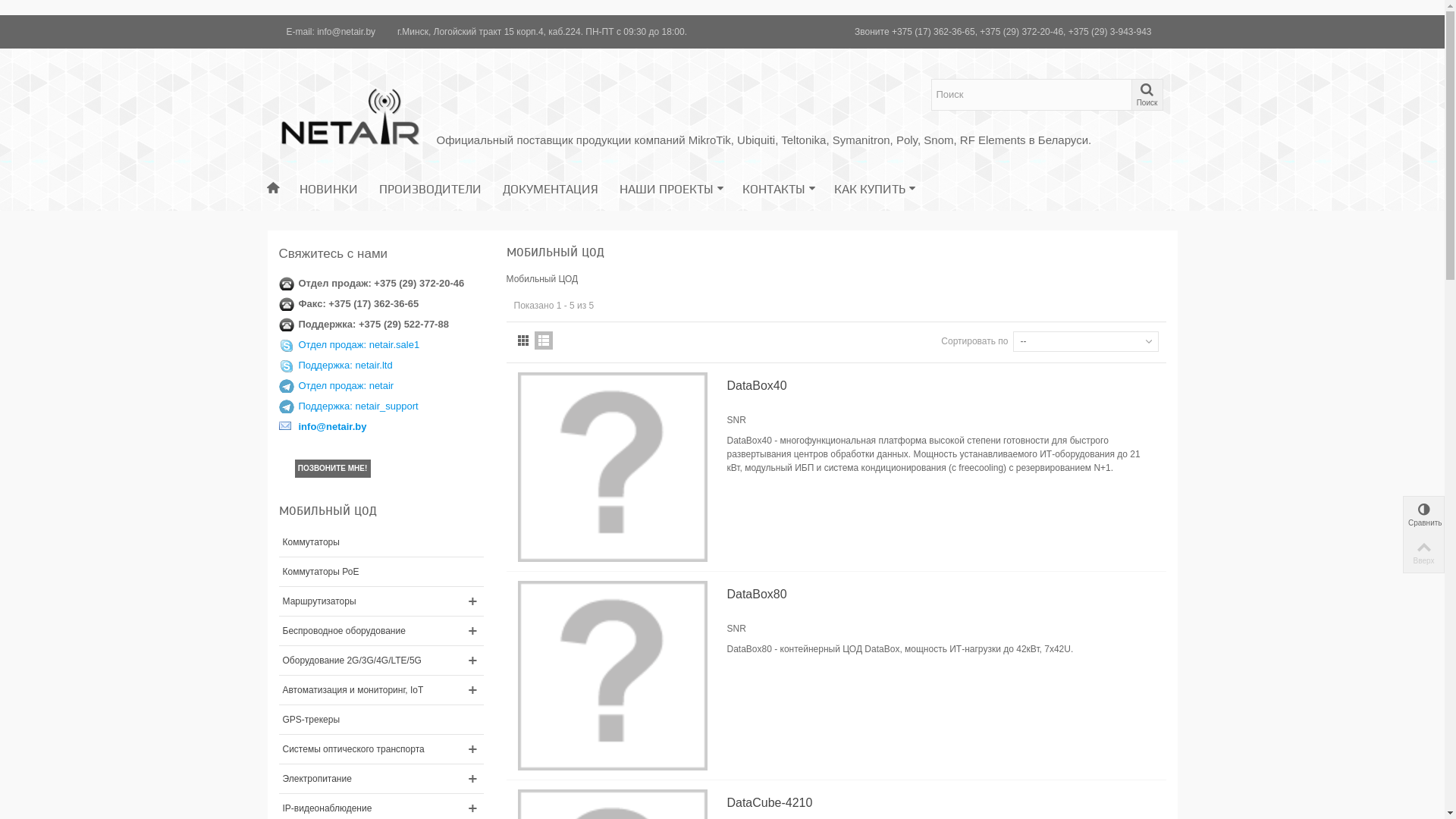 The width and height of the screenshot is (1456, 819). Describe the element at coordinates (543, 339) in the screenshot. I see `'List'` at that location.